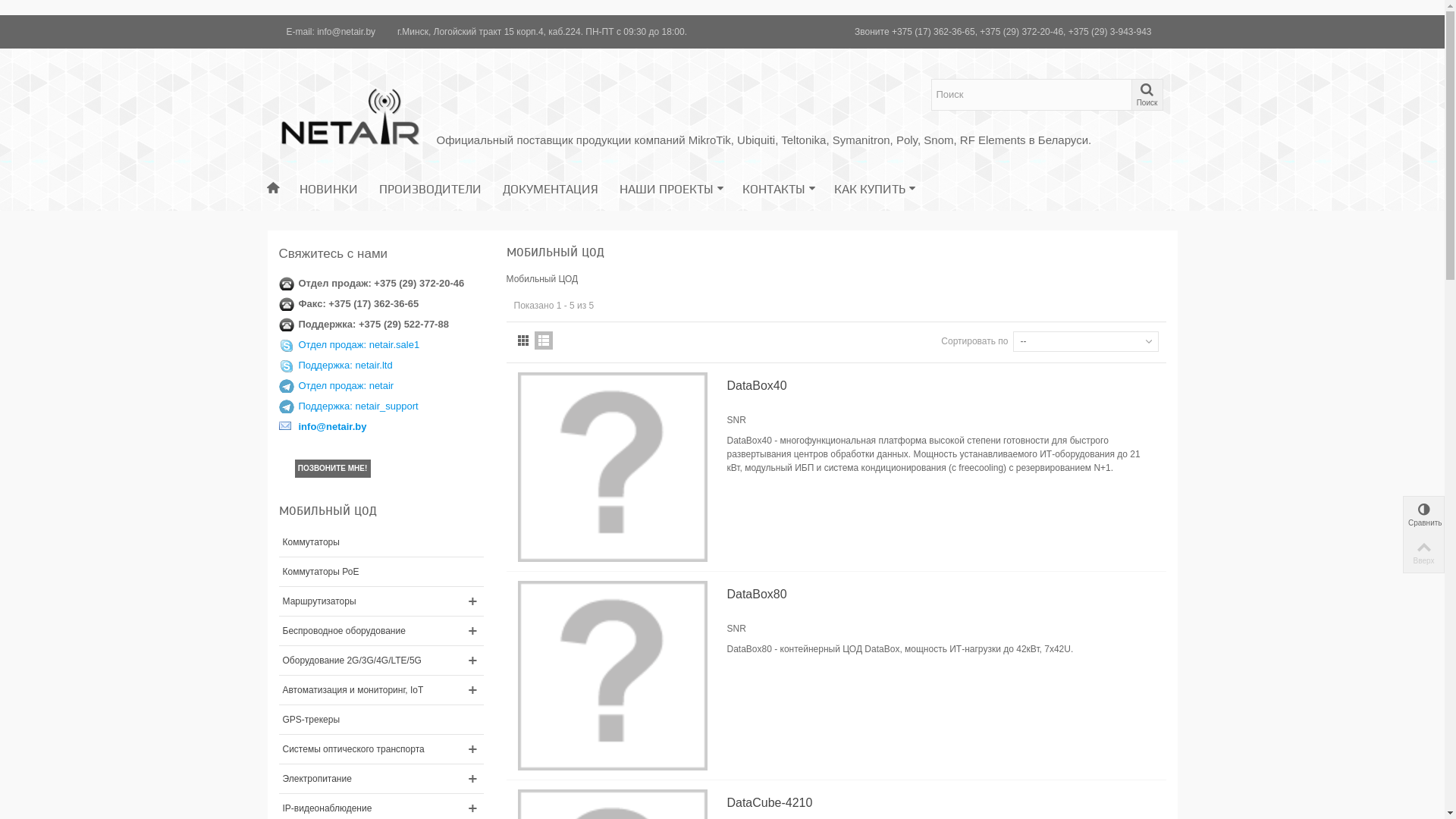 The width and height of the screenshot is (1456, 819). Describe the element at coordinates (543, 339) in the screenshot. I see `'List'` at that location.